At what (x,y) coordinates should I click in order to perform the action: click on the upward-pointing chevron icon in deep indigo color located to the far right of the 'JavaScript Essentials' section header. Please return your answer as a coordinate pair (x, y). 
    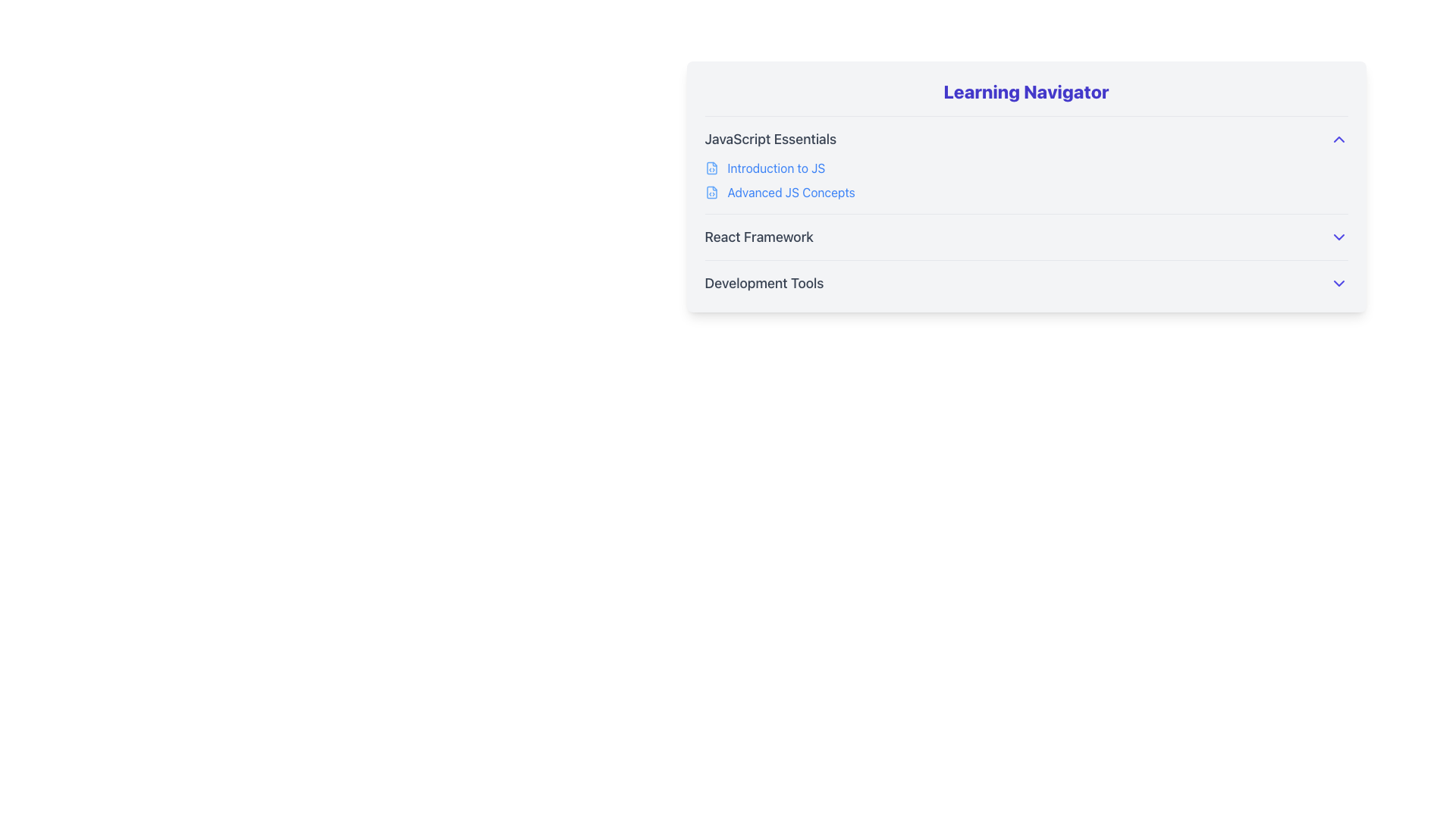
    Looking at the image, I should click on (1338, 140).